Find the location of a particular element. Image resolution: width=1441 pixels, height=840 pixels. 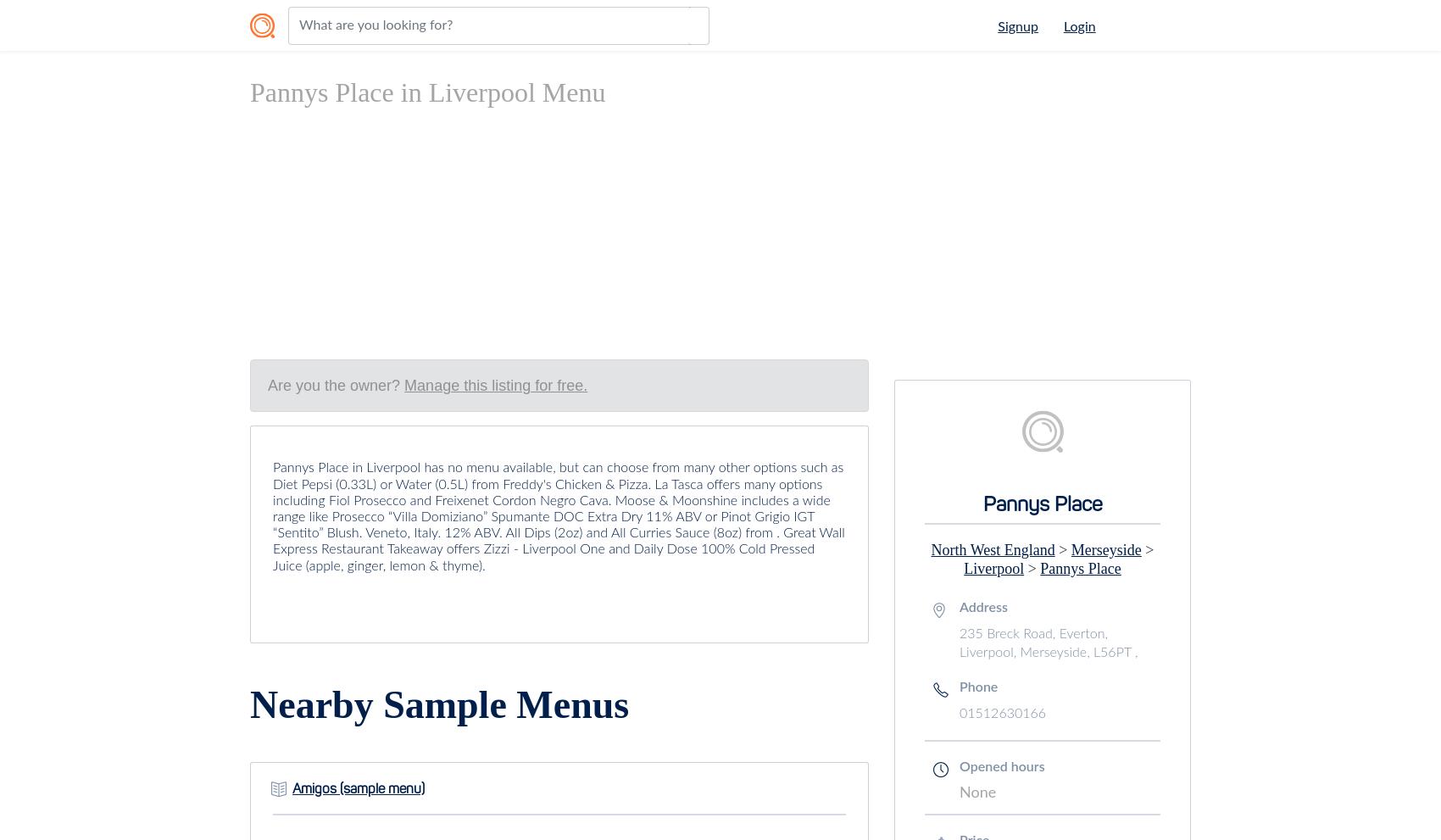

'Signup' is located at coordinates (1016, 26).